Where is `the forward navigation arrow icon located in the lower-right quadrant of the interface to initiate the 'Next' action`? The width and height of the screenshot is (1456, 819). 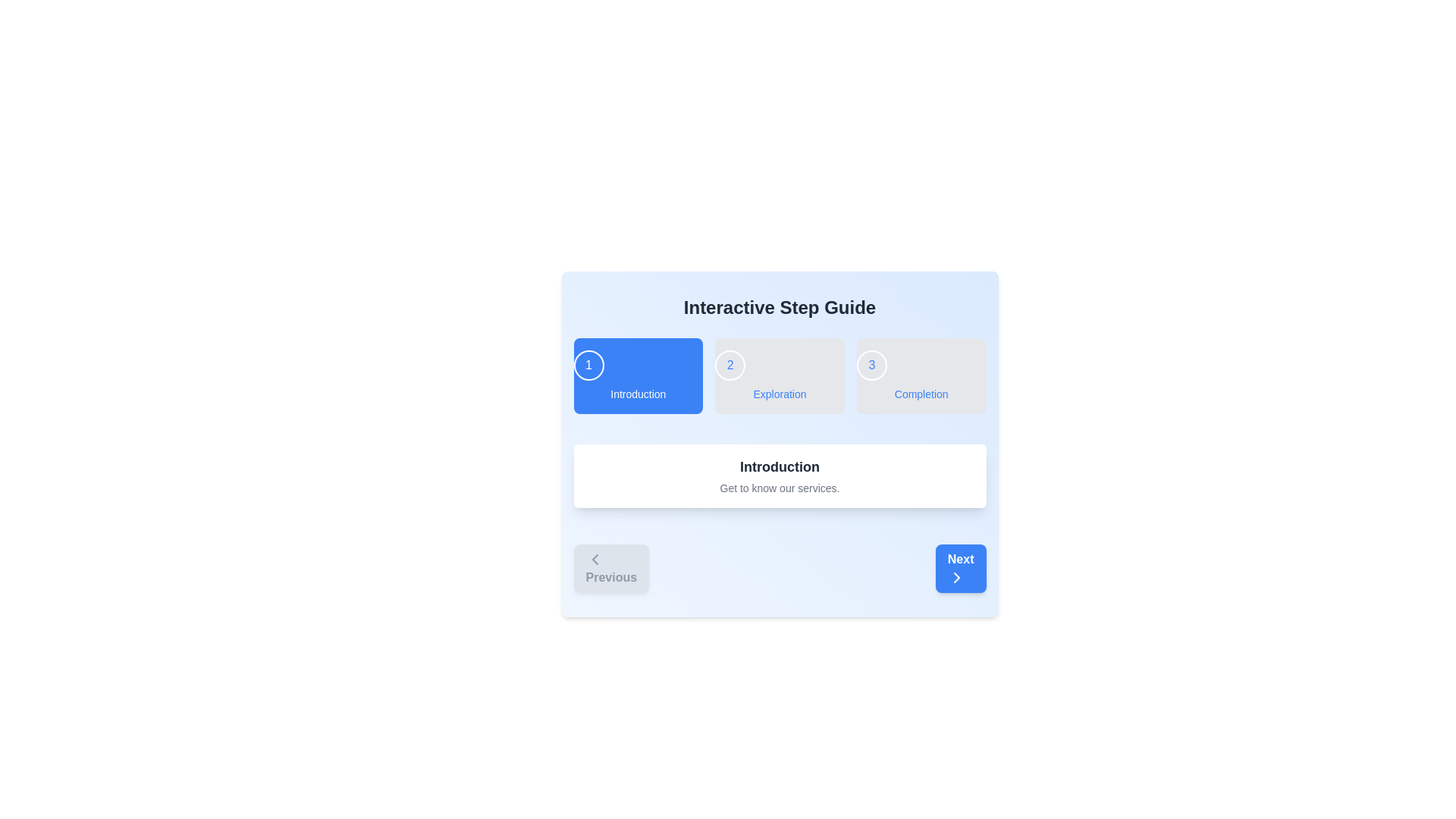 the forward navigation arrow icon located in the lower-right quadrant of the interface to initiate the 'Next' action is located at coordinates (955, 578).